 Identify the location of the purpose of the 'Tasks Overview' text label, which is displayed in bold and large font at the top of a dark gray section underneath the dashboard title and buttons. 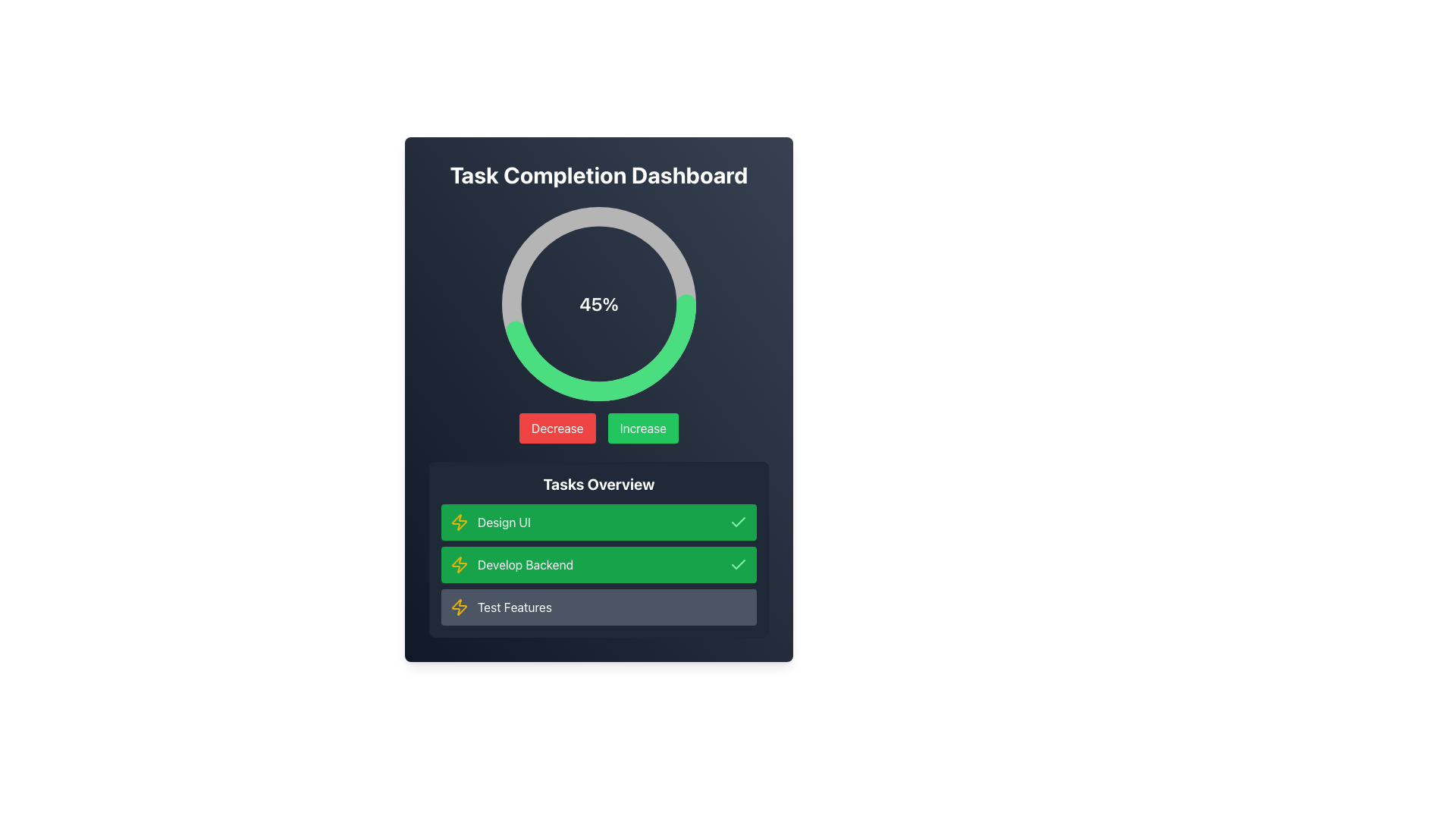
(598, 485).